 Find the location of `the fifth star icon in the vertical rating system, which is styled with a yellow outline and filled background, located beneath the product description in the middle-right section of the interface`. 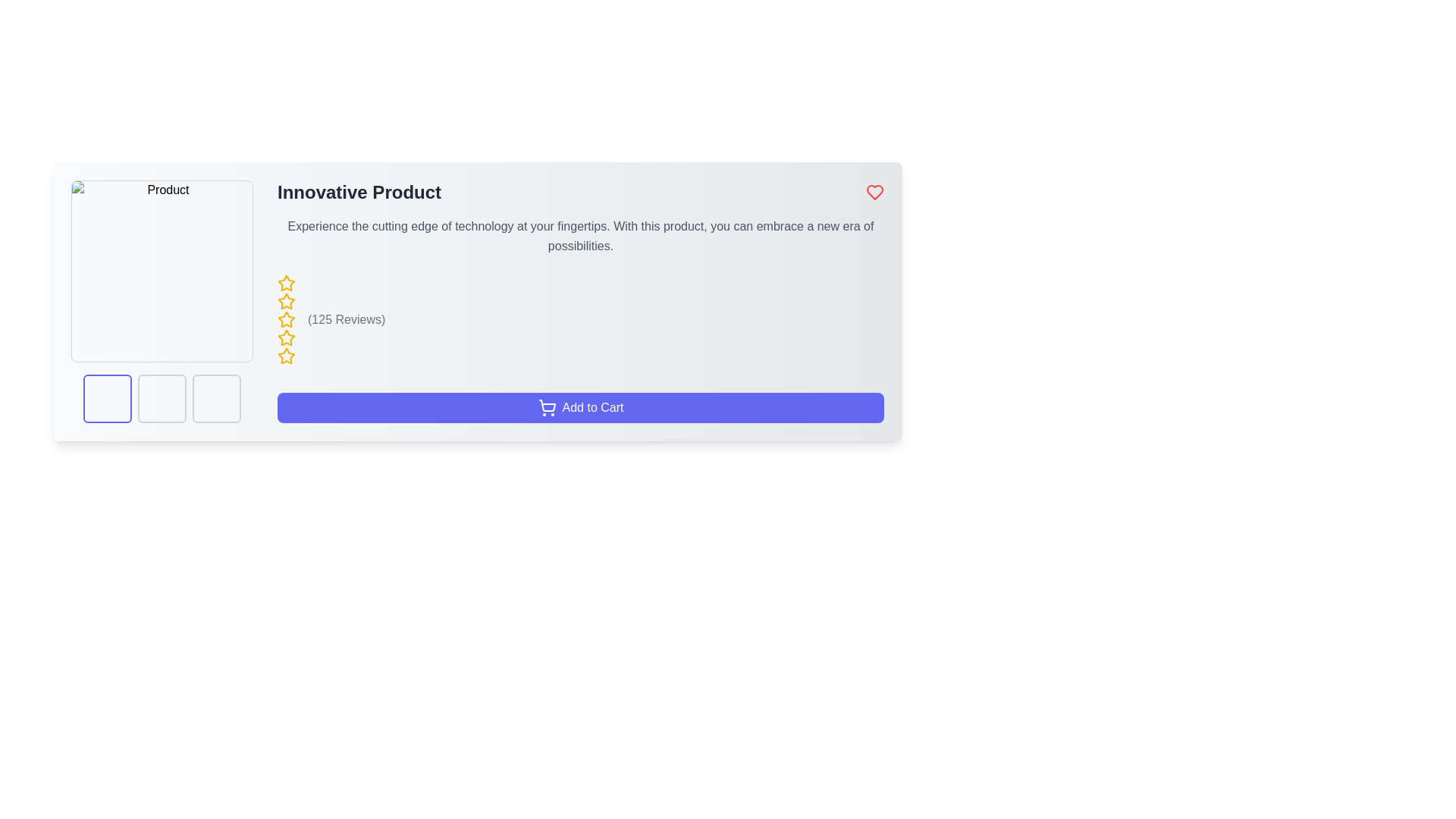

the fifth star icon in the vertical rating system, which is styled with a yellow outline and filled background, located beneath the product description in the middle-right section of the interface is located at coordinates (287, 337).